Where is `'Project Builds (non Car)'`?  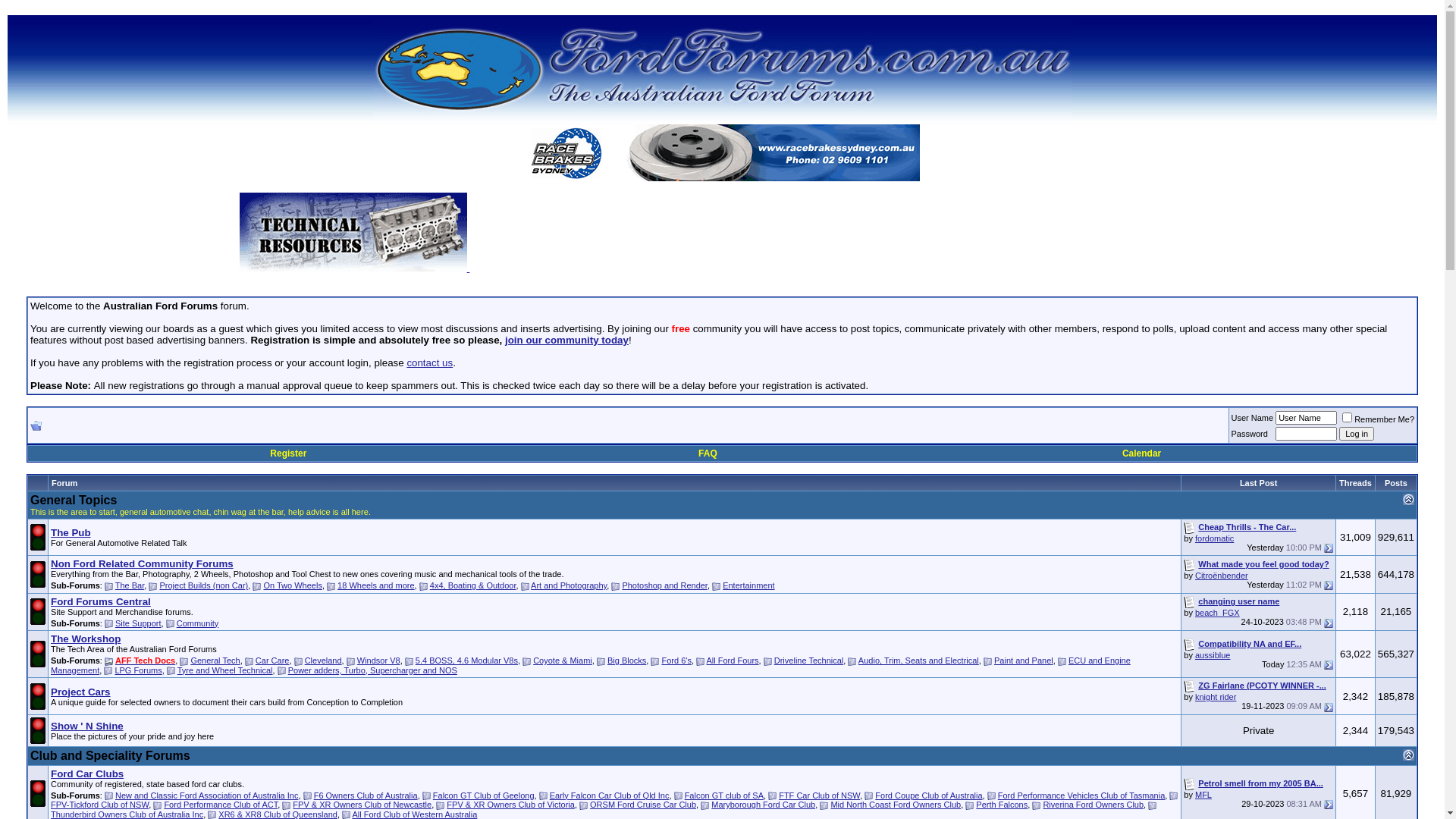
'Project Builds (non Car)' is located at coordinates (159, 584).